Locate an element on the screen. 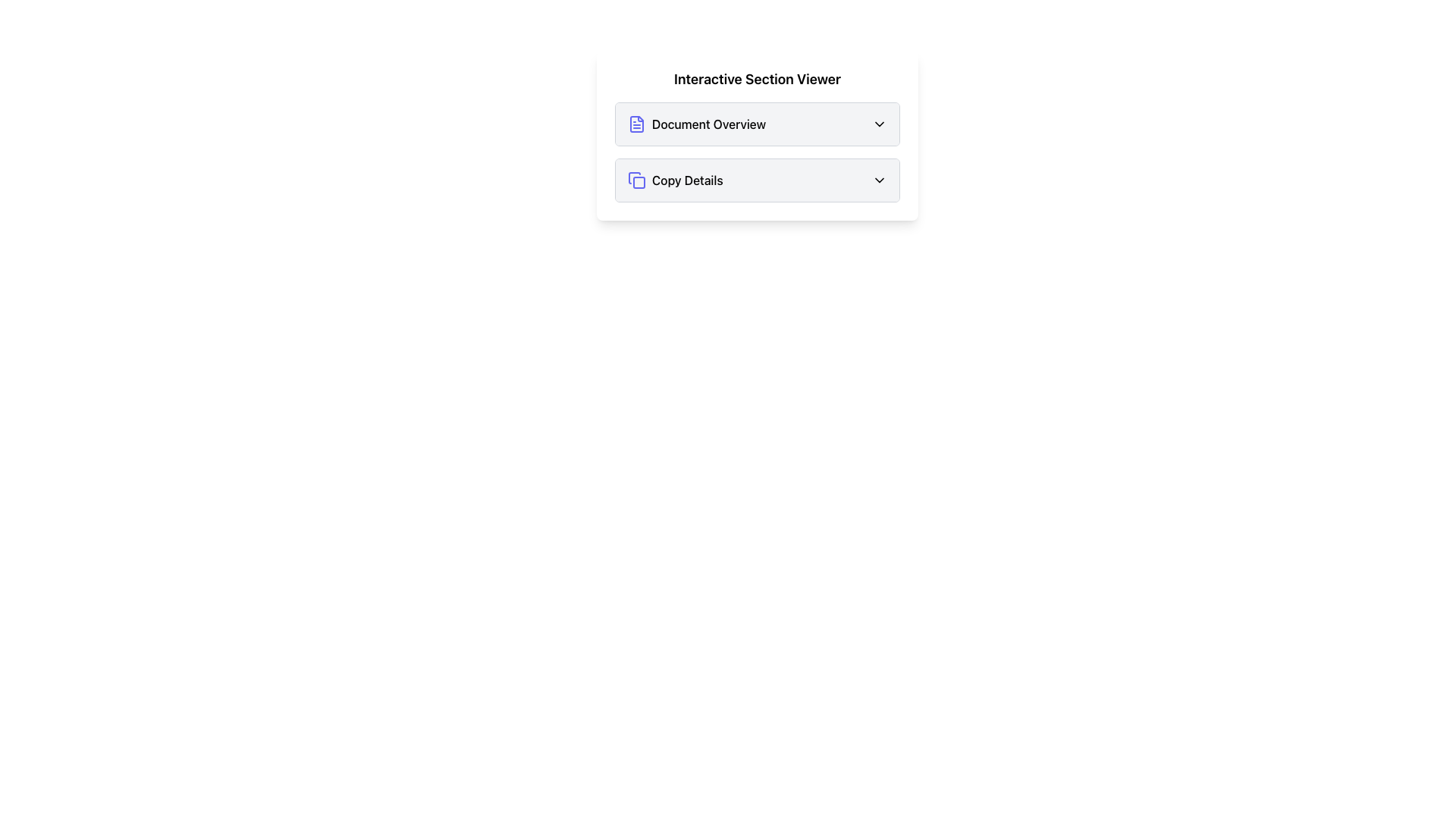  the Chevron Down Indicator at the far-right edge of the Document Overview section is located at coordinates (880, 124).